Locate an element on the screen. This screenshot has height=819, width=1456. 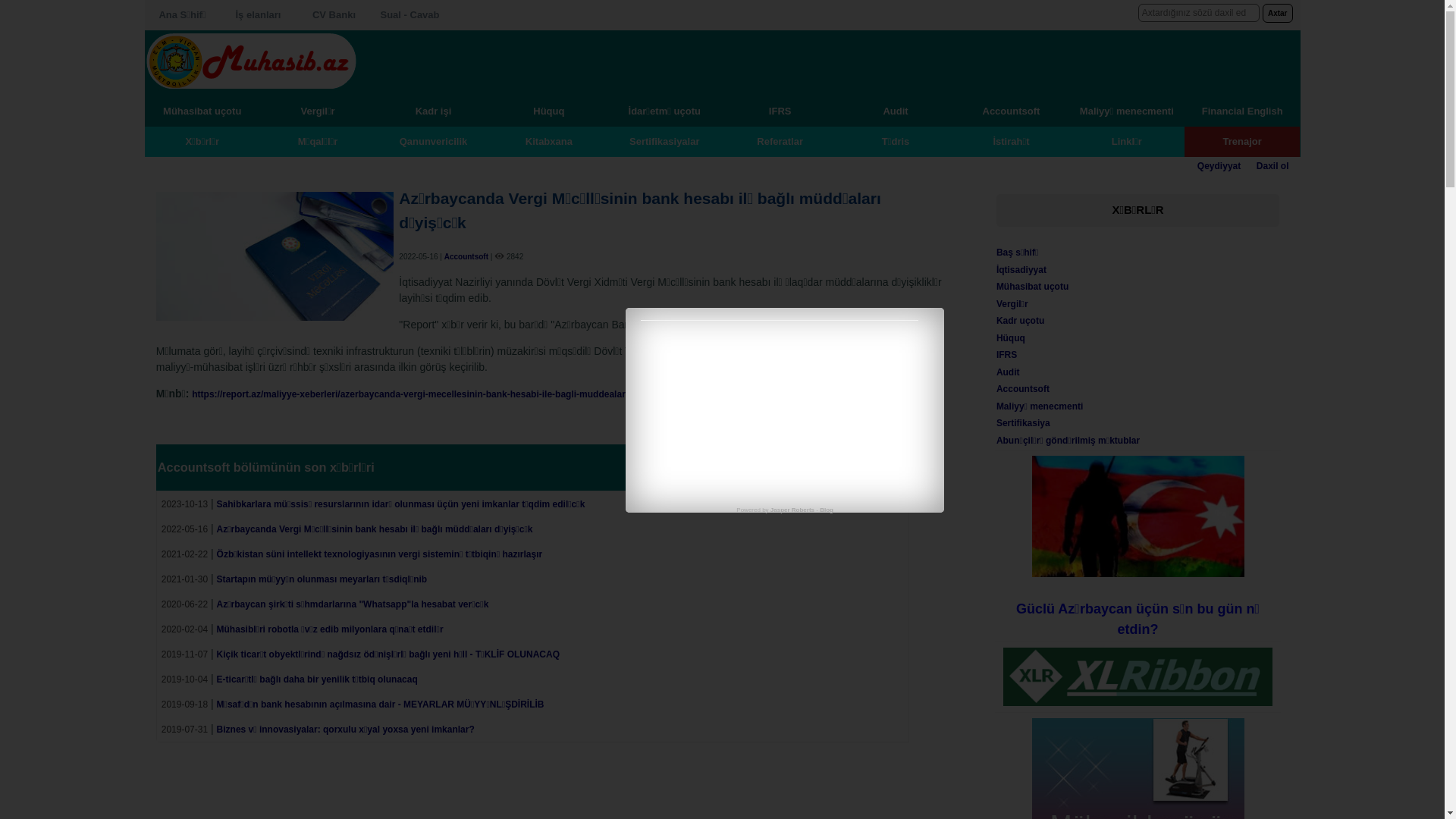
'Axtar' is located at coordinates (1276, 13).